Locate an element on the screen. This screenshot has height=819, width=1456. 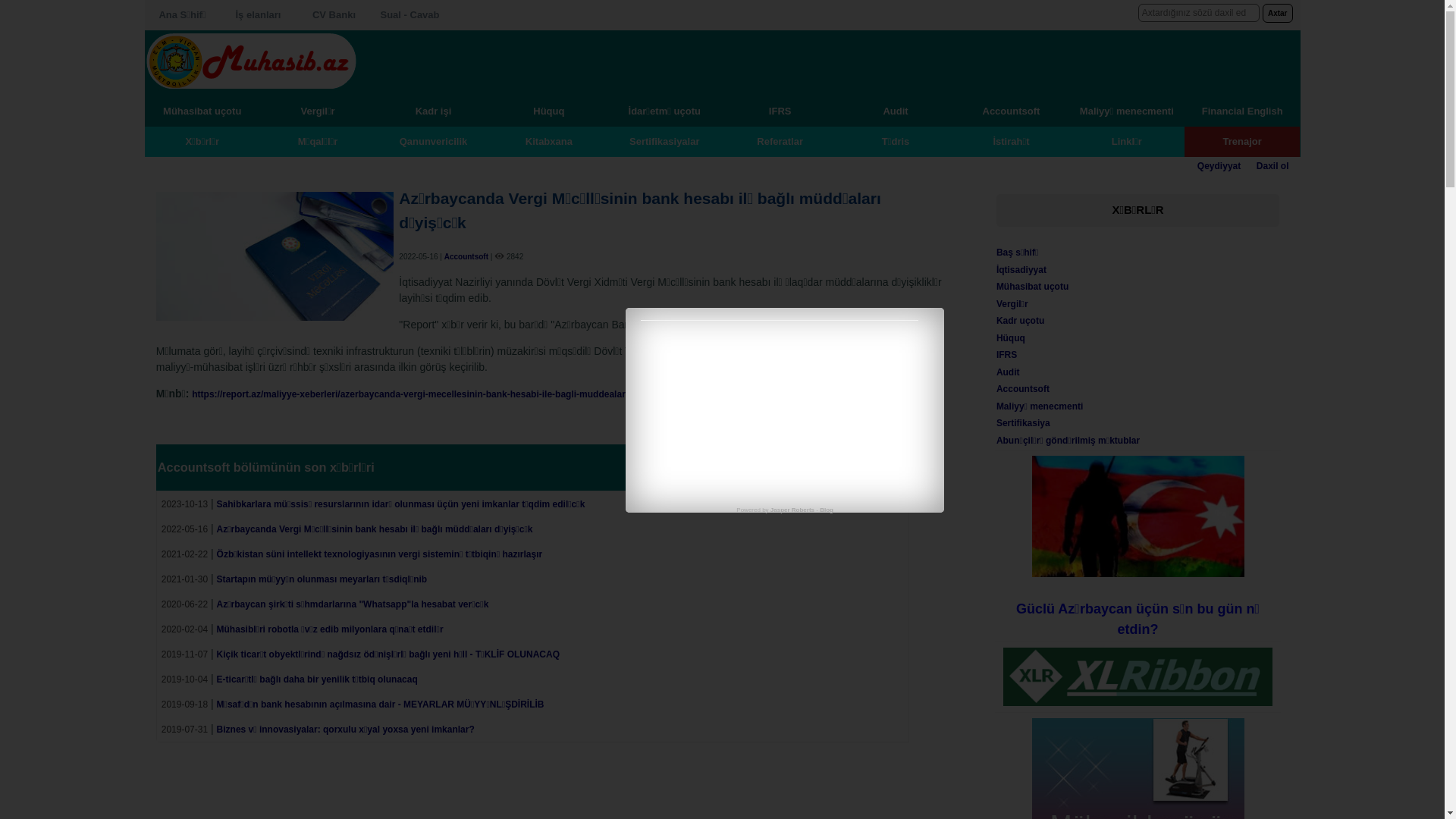
'Axtar' is located at coordinates (1276, 13).